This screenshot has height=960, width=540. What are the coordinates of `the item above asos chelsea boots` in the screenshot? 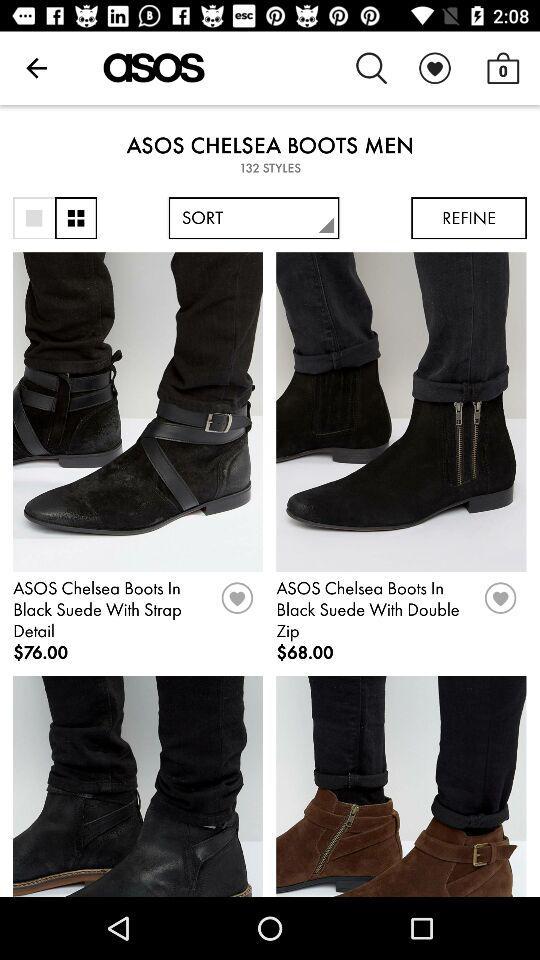 It's located at (434, 68).